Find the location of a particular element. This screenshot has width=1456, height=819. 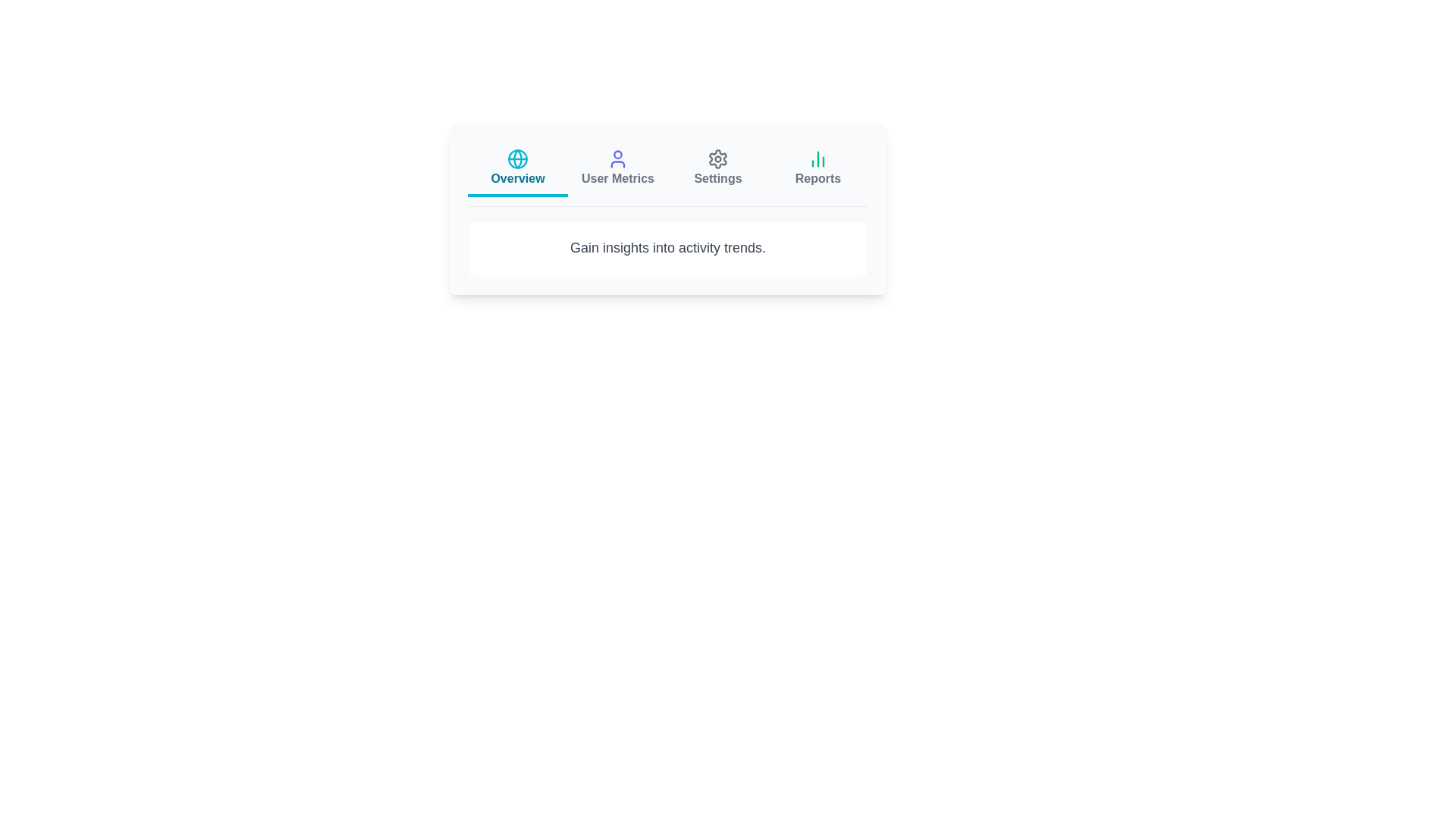

the icon of the tab labeled User Metrics is located at coordinates (618, 158).